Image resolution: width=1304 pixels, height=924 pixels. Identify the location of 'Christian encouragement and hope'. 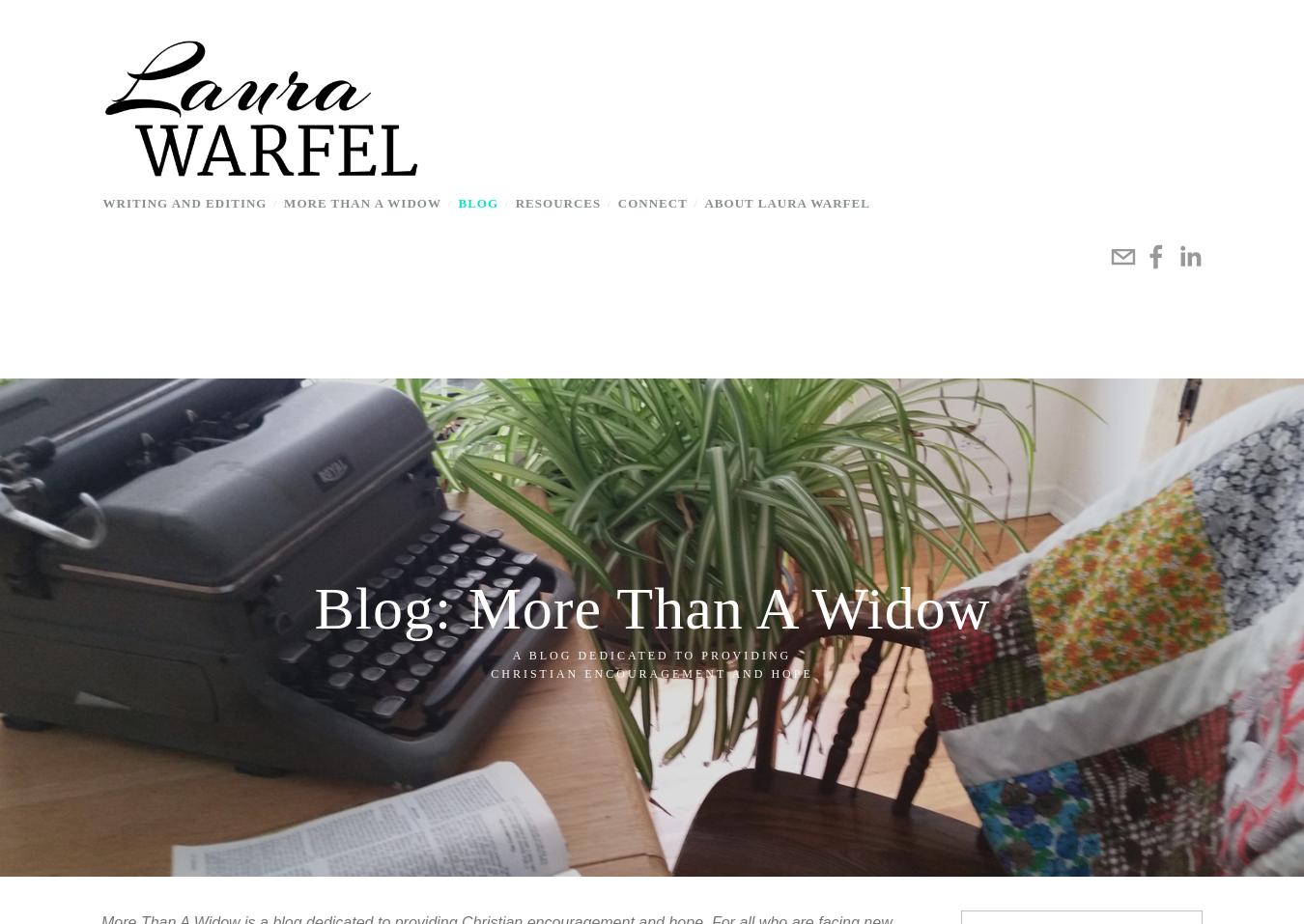
(490, 672).